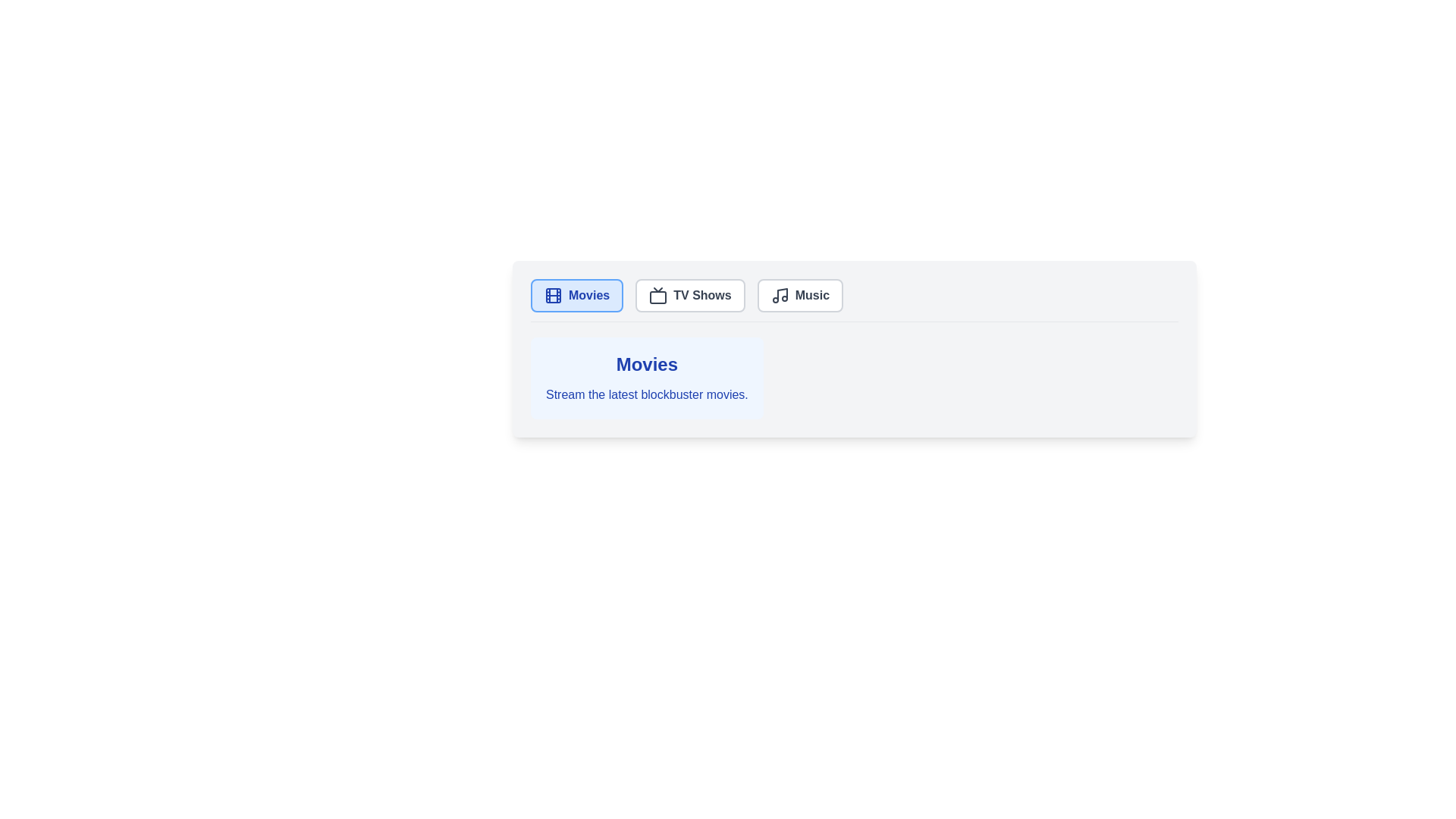 The image size is (1456, 819). I want to click on the 'TV Shows' icon, which is the second button in a series of three, located between the 'Movies' button and the 'Music' button, so click(658, 295).